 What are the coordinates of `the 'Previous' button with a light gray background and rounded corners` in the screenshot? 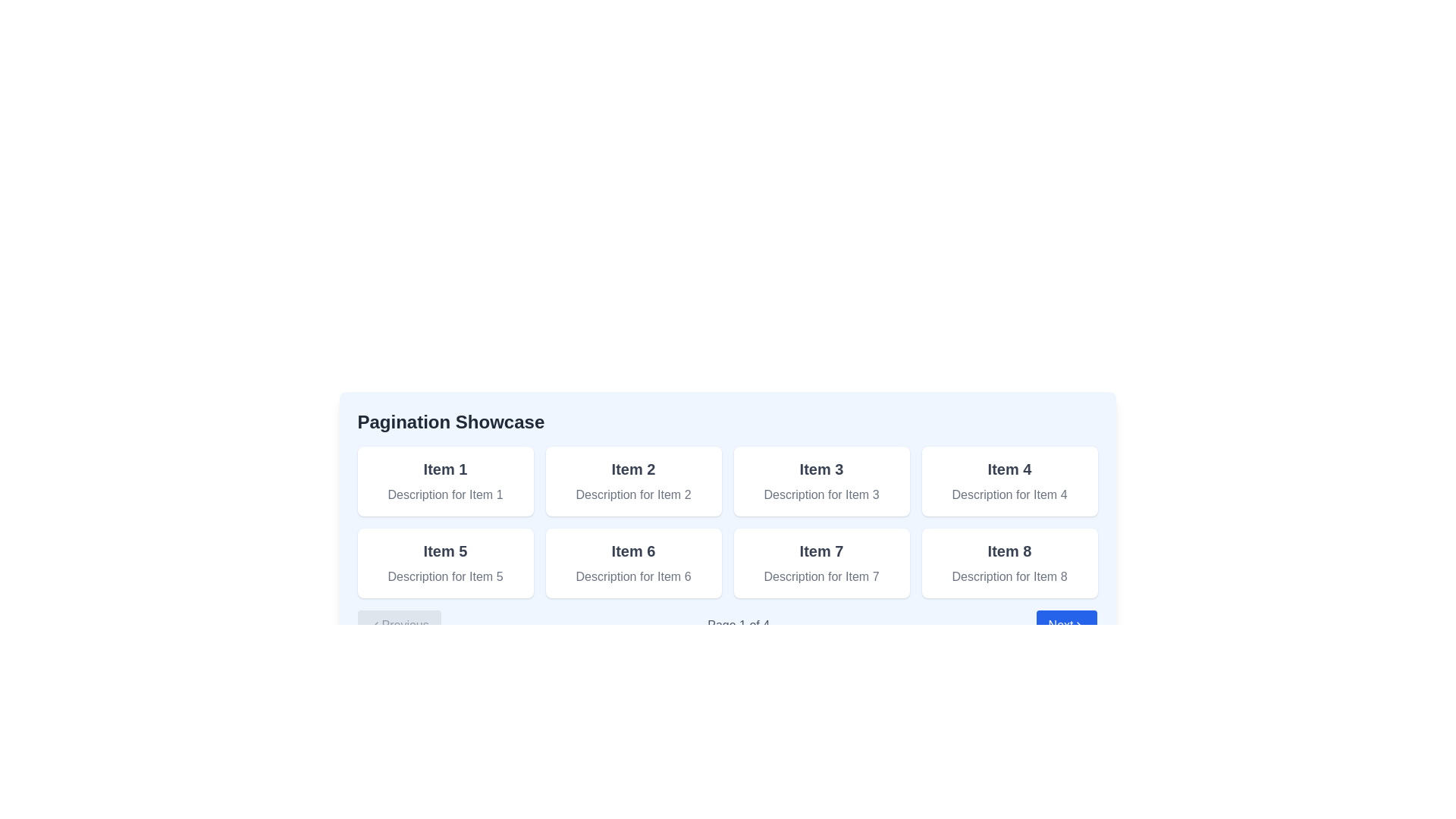 It's located at (399, 626).